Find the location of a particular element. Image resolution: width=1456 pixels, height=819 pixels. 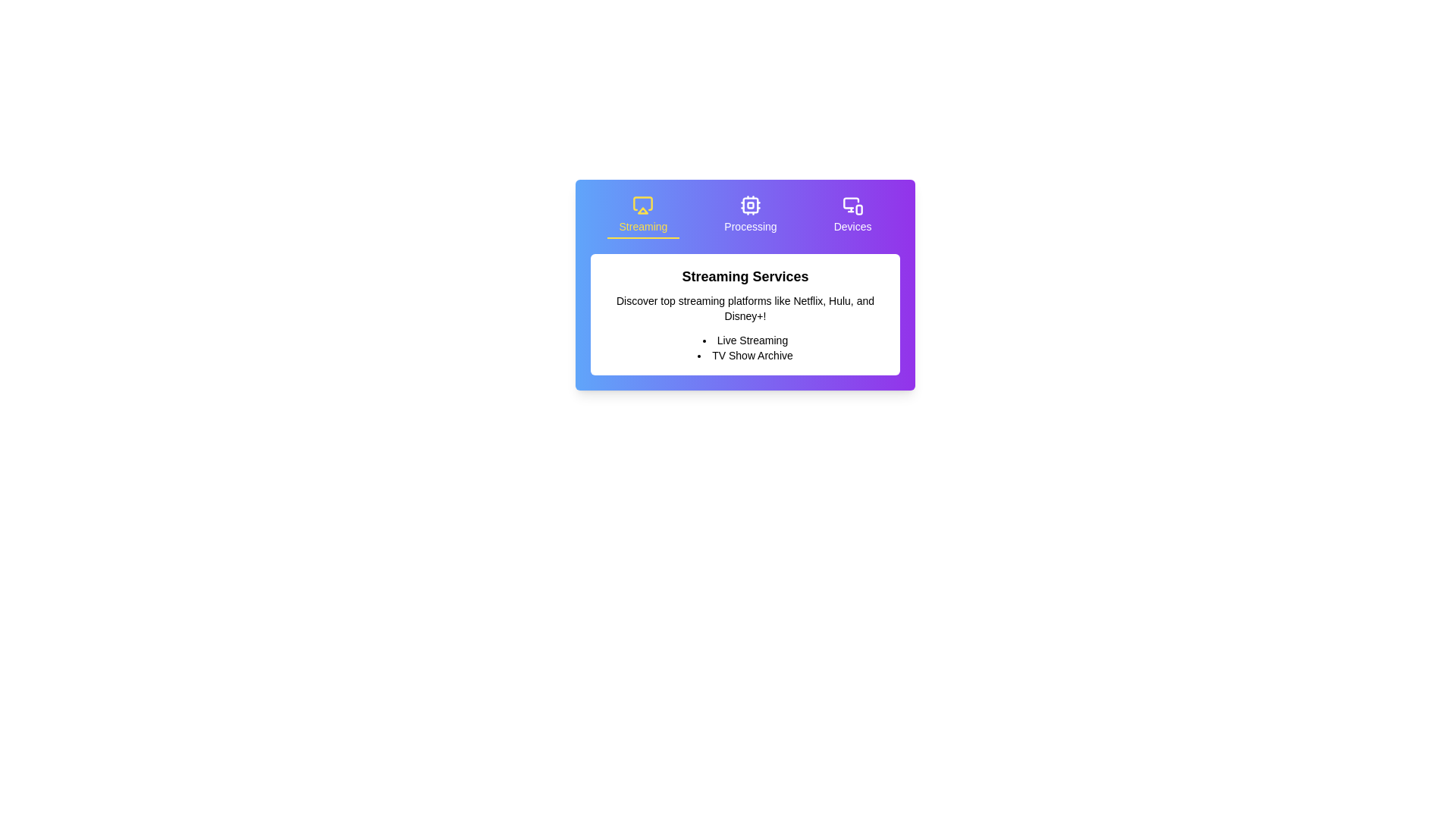

the second tab in the navigation layout to switch to the 'Processing' section, which is located between the 'Streaming' tab on the left and the 'Devices' tab on the right is located at coordinates (750, 216).